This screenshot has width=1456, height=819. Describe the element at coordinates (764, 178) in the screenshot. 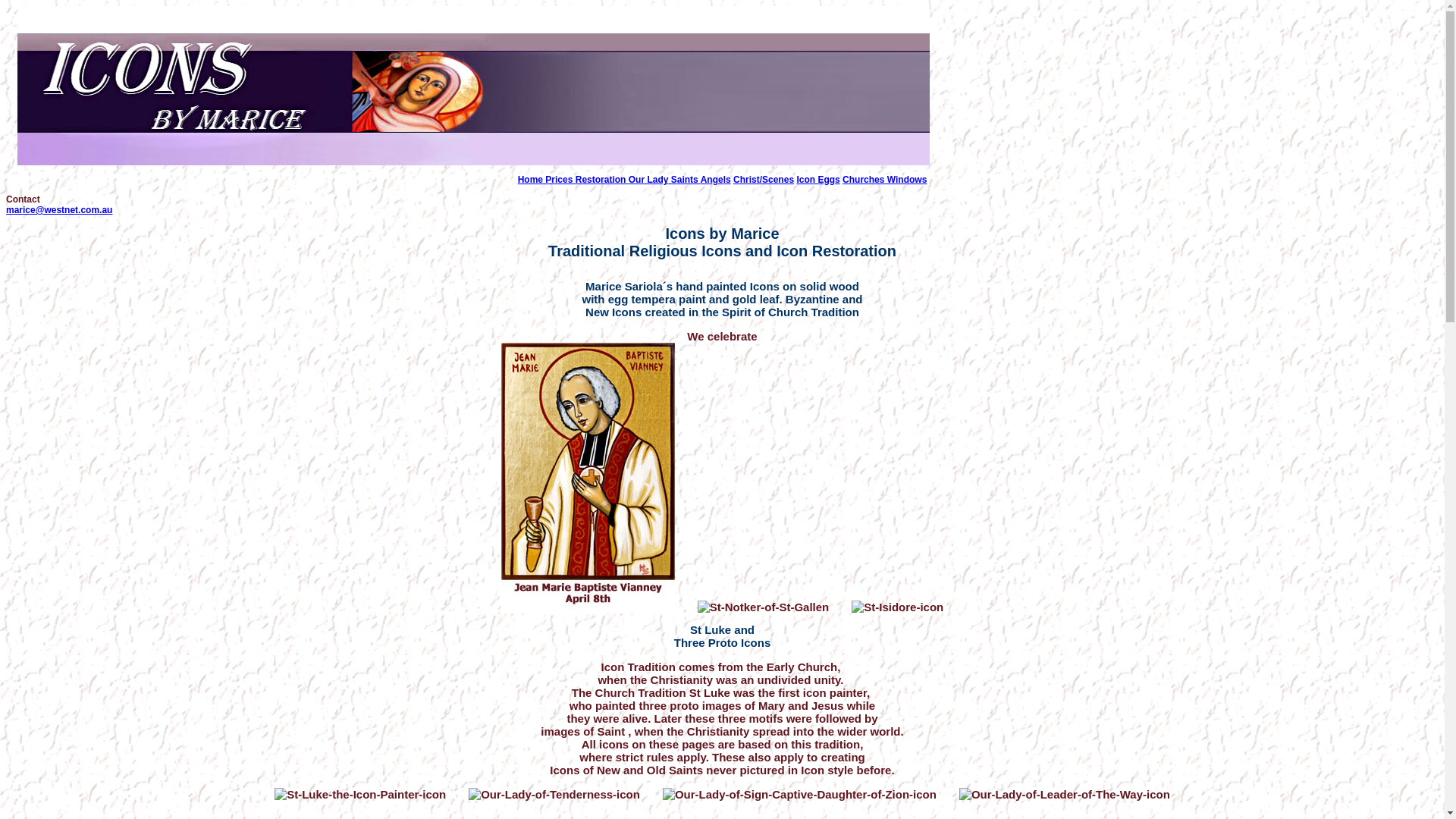

I see `'Christ/Scenes'` at that location.